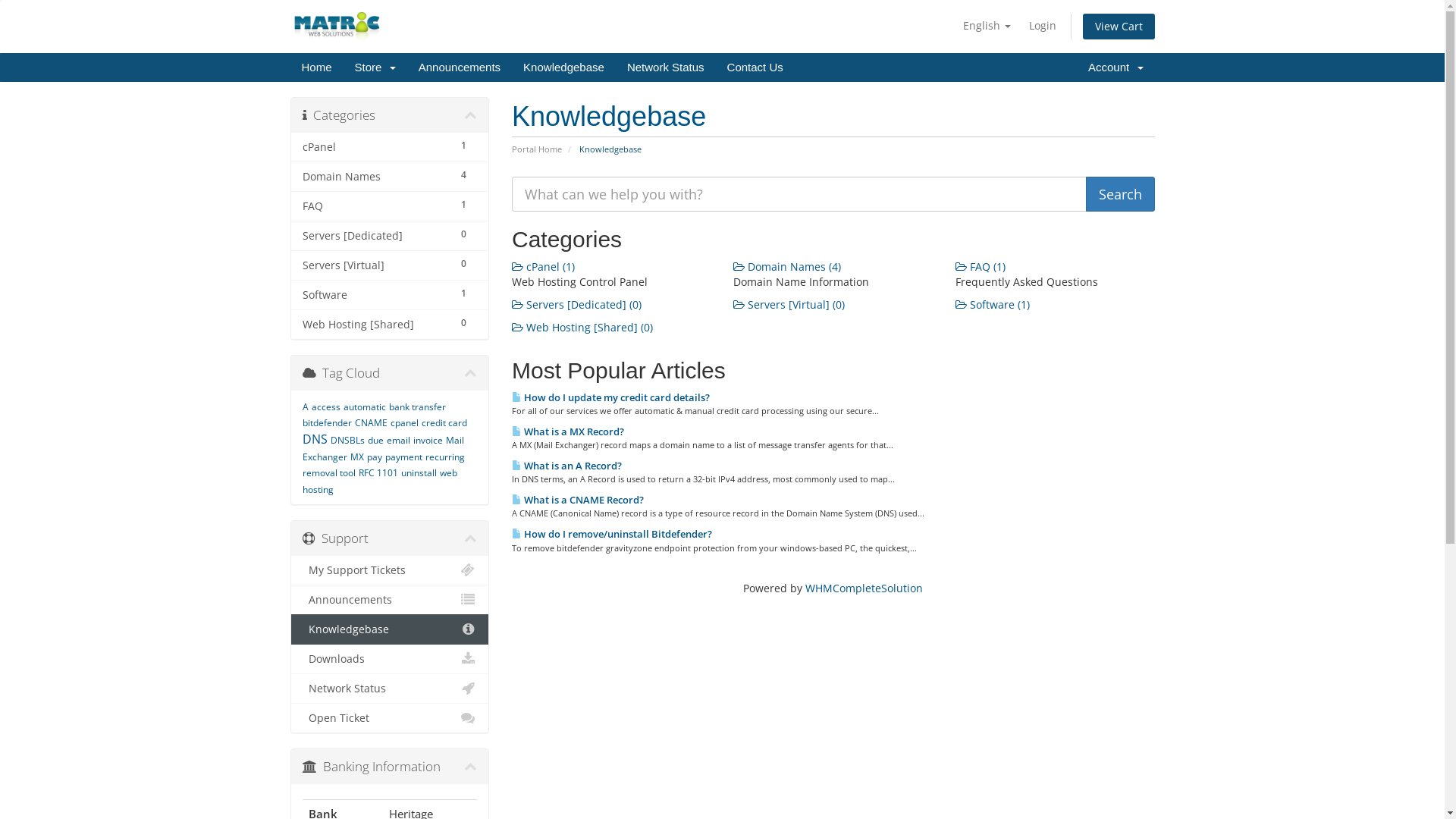 The height and width of the screenshot is (819, 1456). What do you see at coordinates (390, 206) in the screenshot?
I see `'1` at bounding box center [390, 206].